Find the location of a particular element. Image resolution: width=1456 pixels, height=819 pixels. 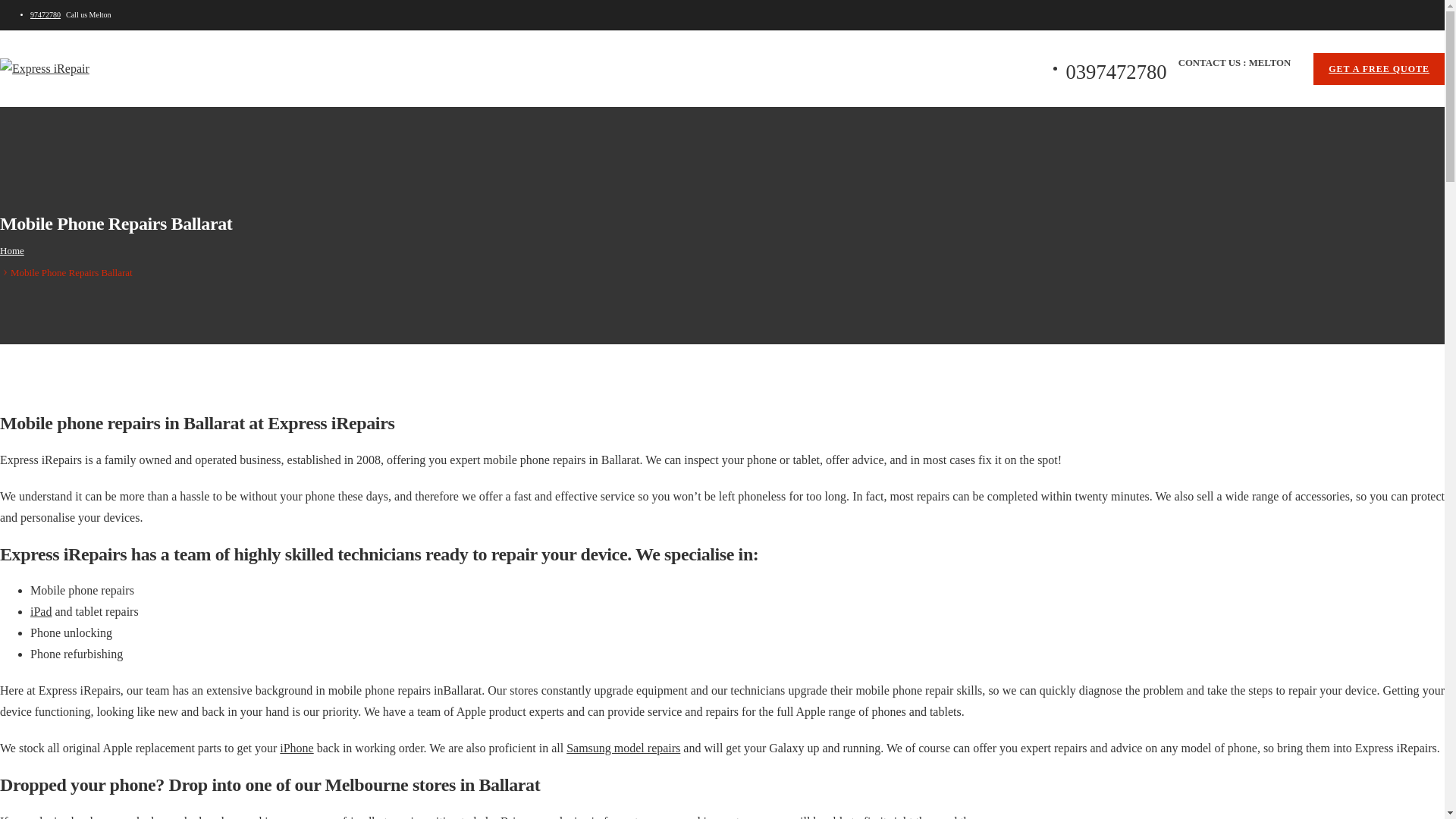

'0397472780' is located at coordinates (510, 128).